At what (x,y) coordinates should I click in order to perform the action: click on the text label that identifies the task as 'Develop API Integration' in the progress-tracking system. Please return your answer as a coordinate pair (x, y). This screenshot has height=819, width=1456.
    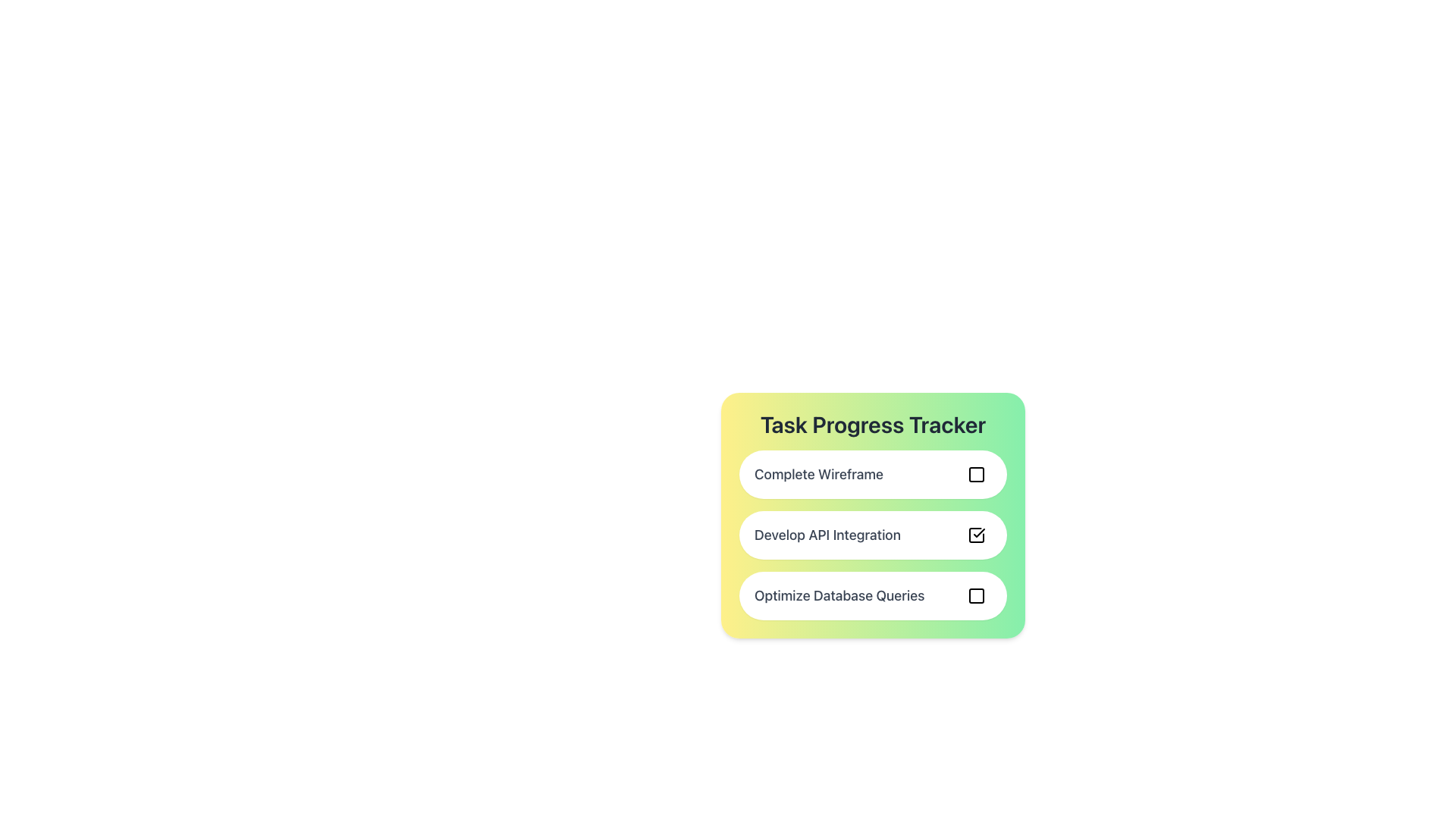
    Looking at the image, I should click on (827, 534).